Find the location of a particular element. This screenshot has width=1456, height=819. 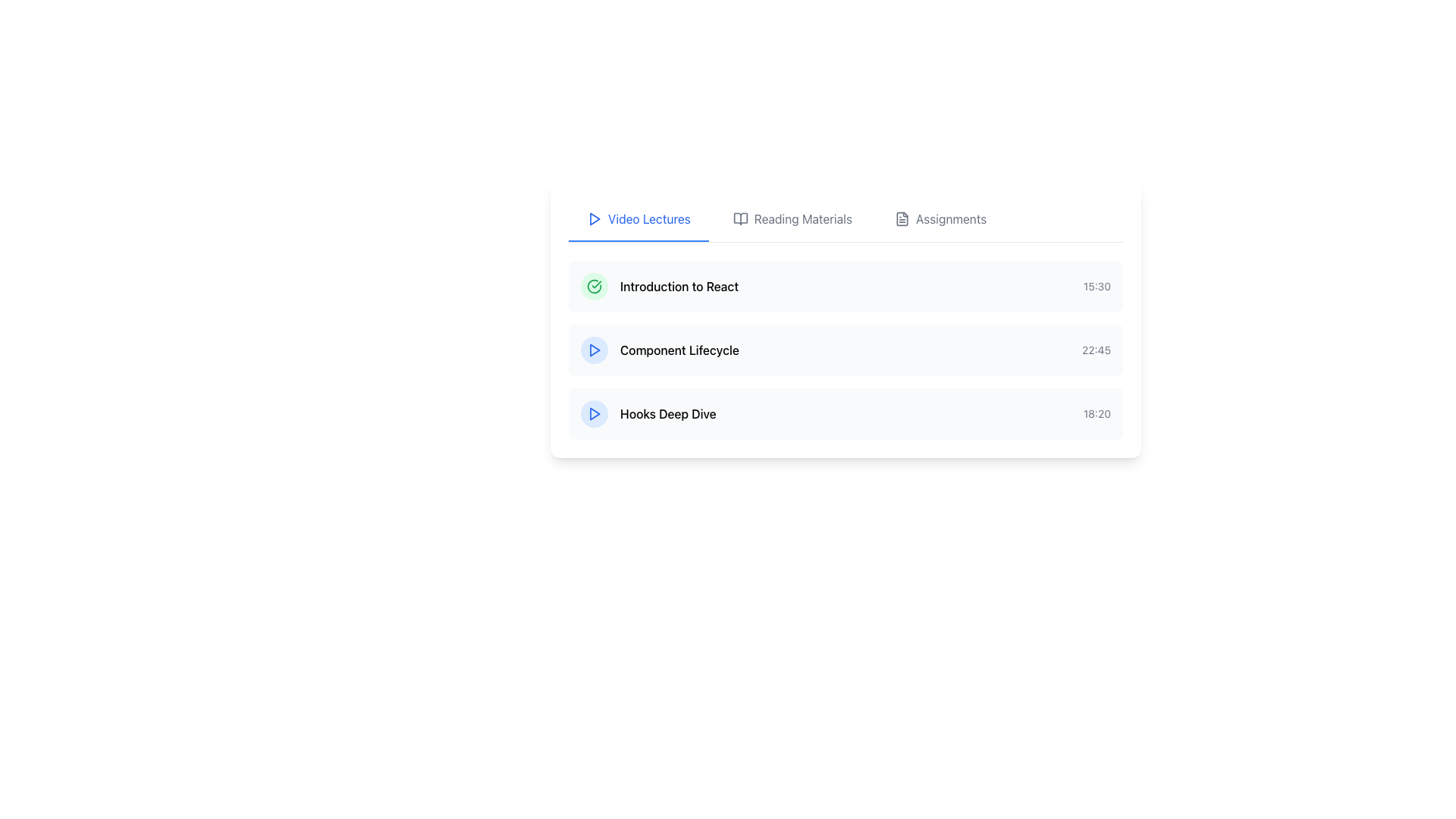

the Play icon located in the second row, preceding the text 'Component Lifecycle', to trigger playback of the associated content is located at coordinates (594, 350).